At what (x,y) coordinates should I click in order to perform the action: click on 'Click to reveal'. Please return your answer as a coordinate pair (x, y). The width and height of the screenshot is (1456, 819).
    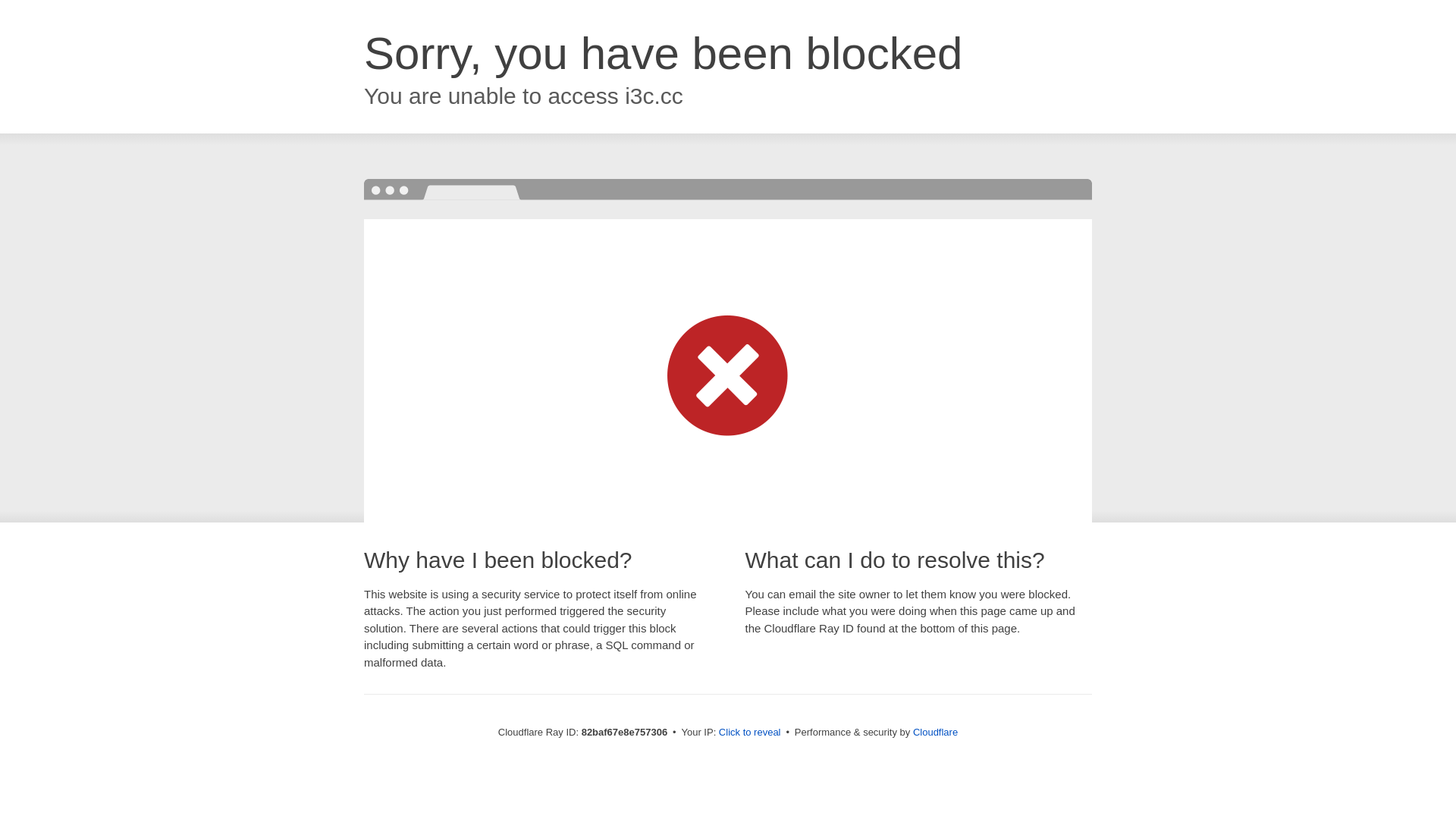
    Looking at the image, I should click on (749, 731).